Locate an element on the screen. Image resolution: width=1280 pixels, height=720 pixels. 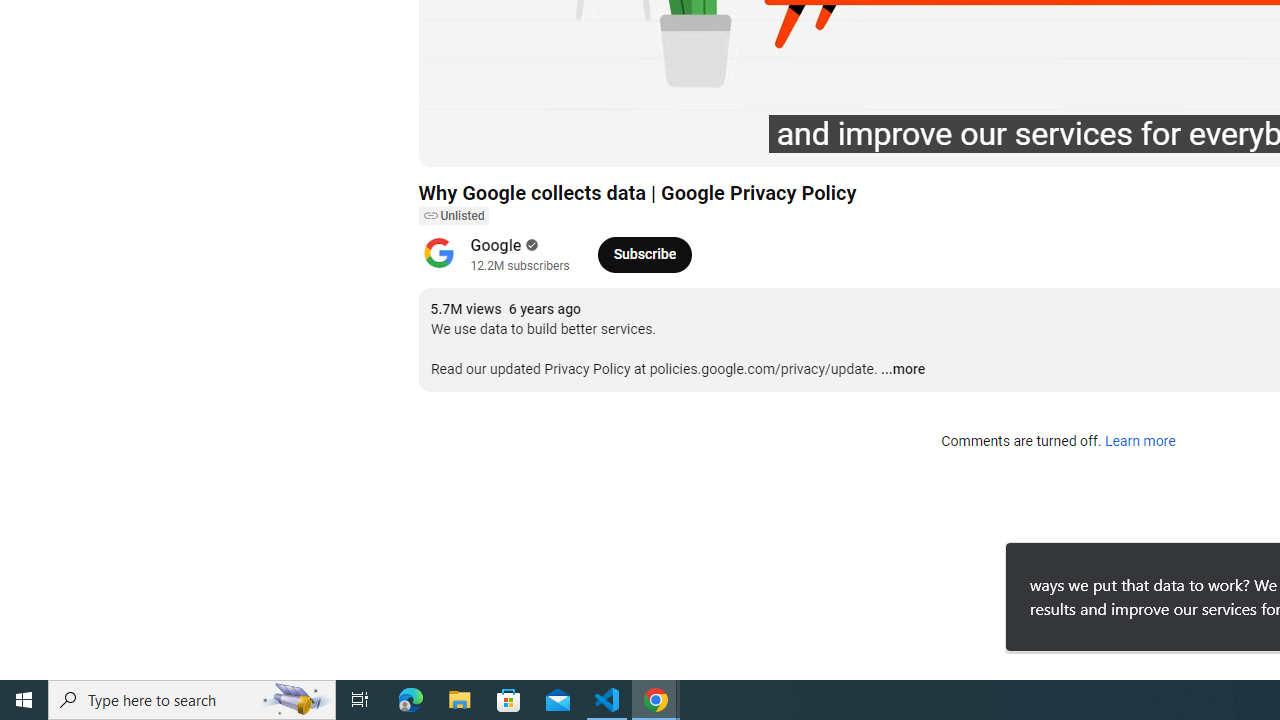
'Subscribe to Google.' is located at coordinates (644, 253).